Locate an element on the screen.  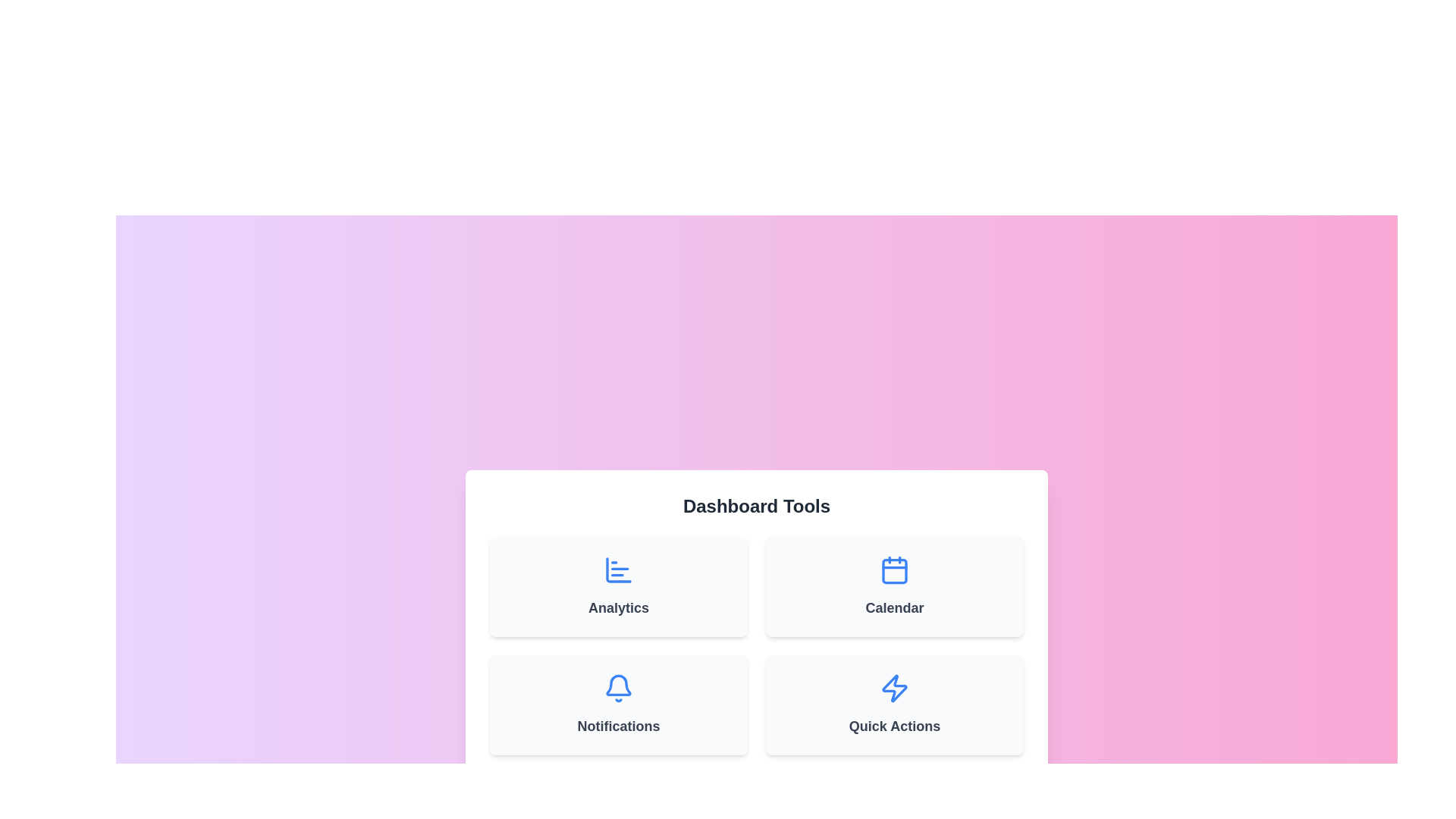
the calendar icon located in the top-right card of the 'Dashboard Tools' section, which is positioned above the text 'Calendar' is located at coordinates (895, 570).